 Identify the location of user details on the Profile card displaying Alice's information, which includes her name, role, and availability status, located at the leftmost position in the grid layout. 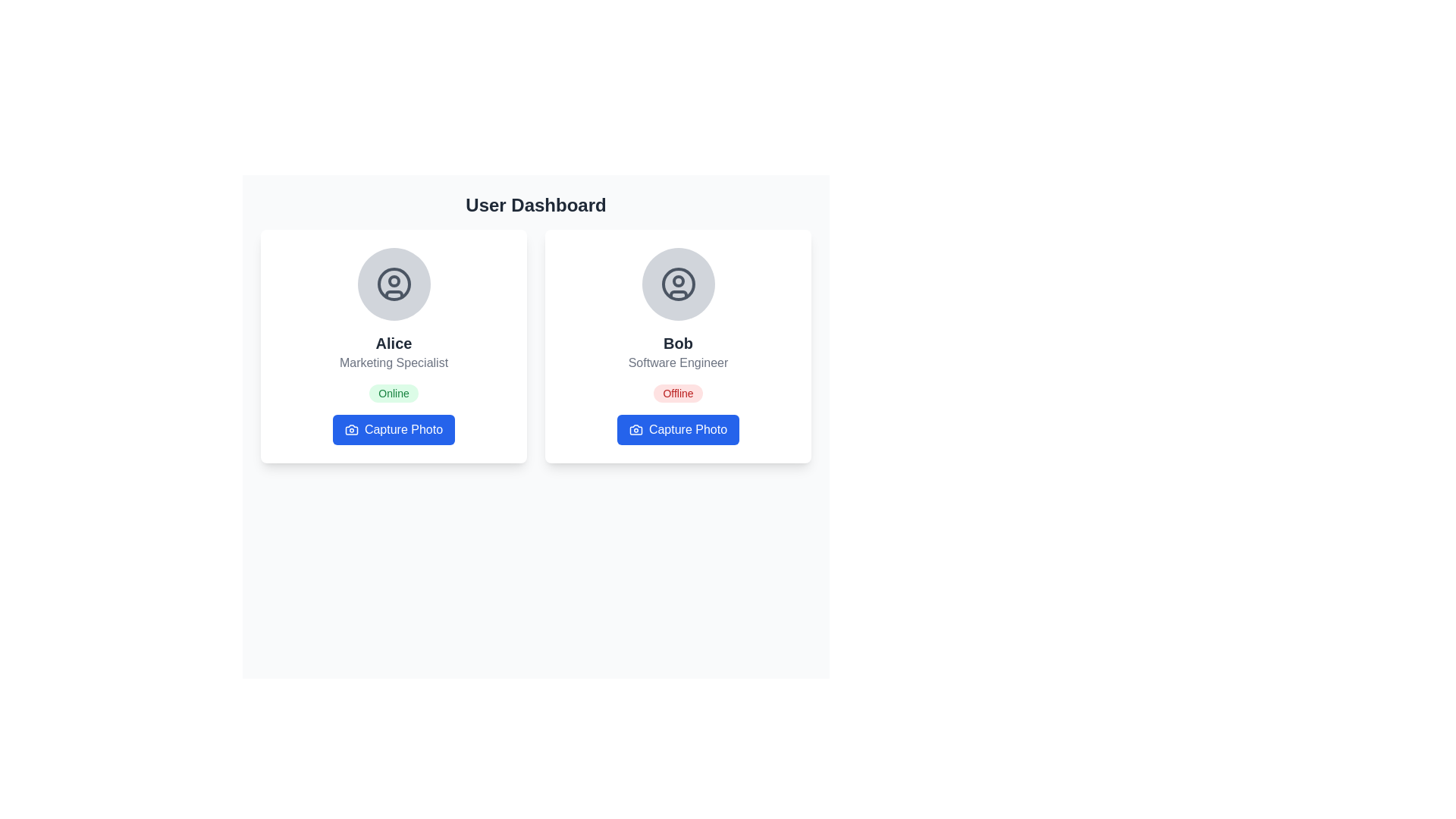
(394, 346).